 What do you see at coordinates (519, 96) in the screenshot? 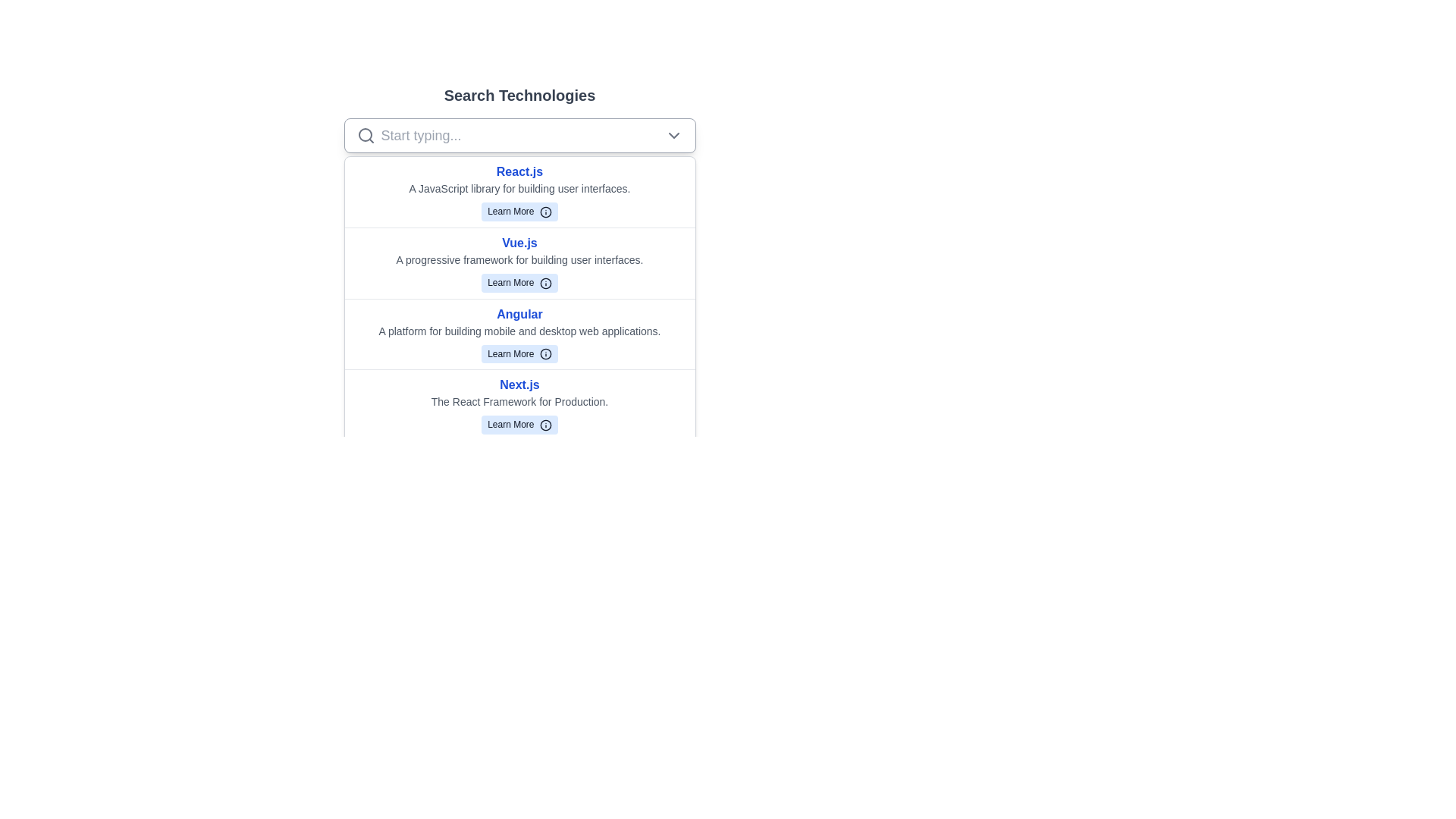
I see `the static text element that serves as the title or heading for the section below it, indicating 'Search Technologies'` at bounding box center [519, 96].